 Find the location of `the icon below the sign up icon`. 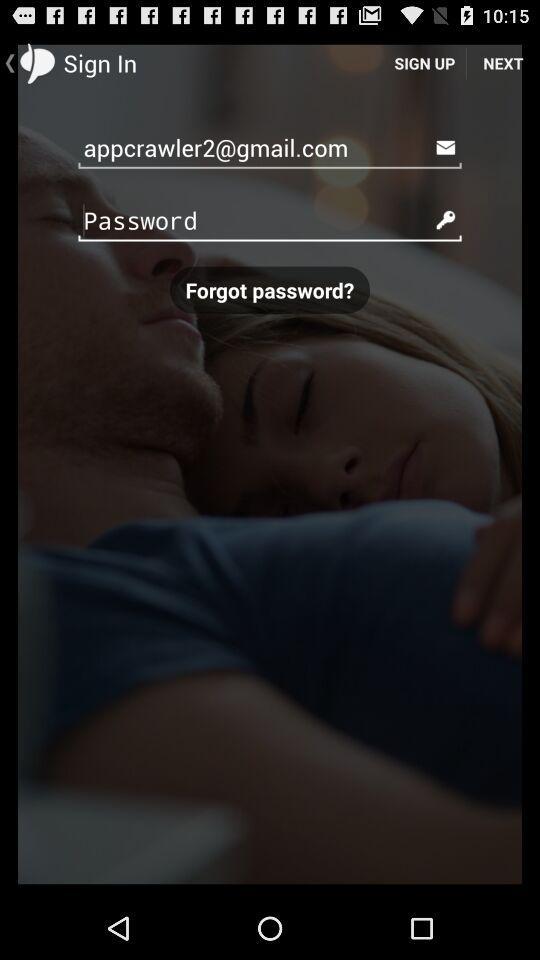

the icon below the sign up icon is located at coordinates (270, 146).